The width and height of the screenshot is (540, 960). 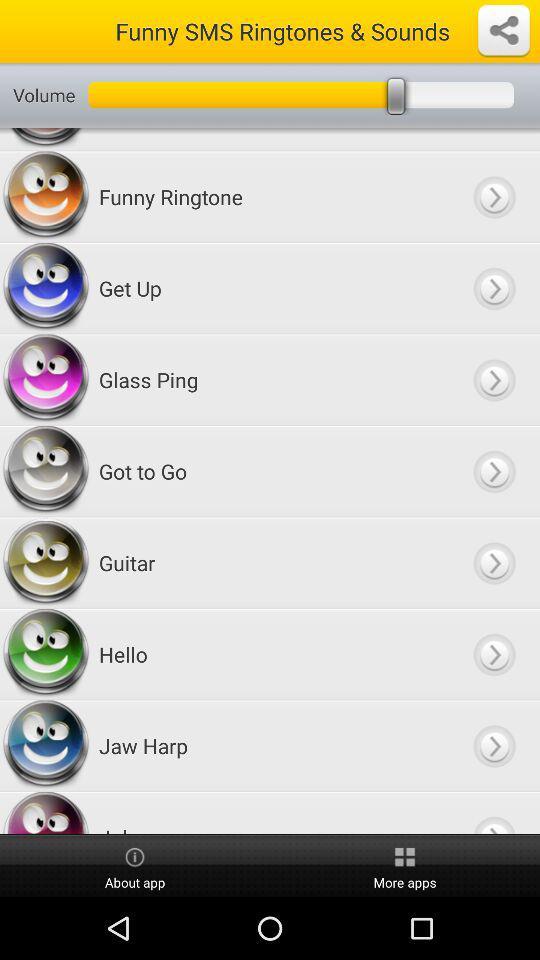 I want to click on go next option, so click(x=493, y=471).